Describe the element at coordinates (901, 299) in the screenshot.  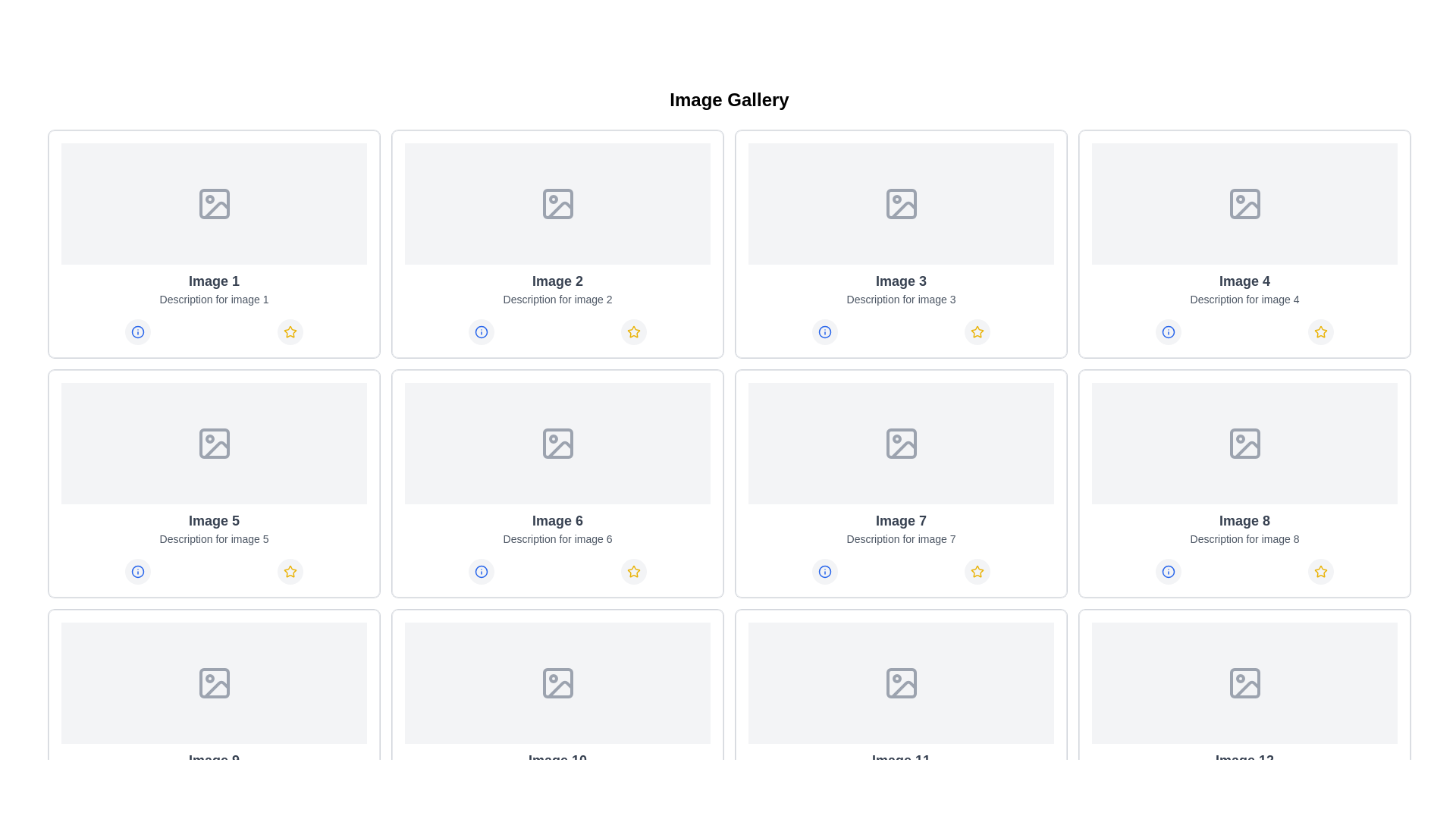
I see `the text label displaying 'Description for image 3', which is located beneath the title 'Image 3' in the third gallery item of the grid layout` at that location.